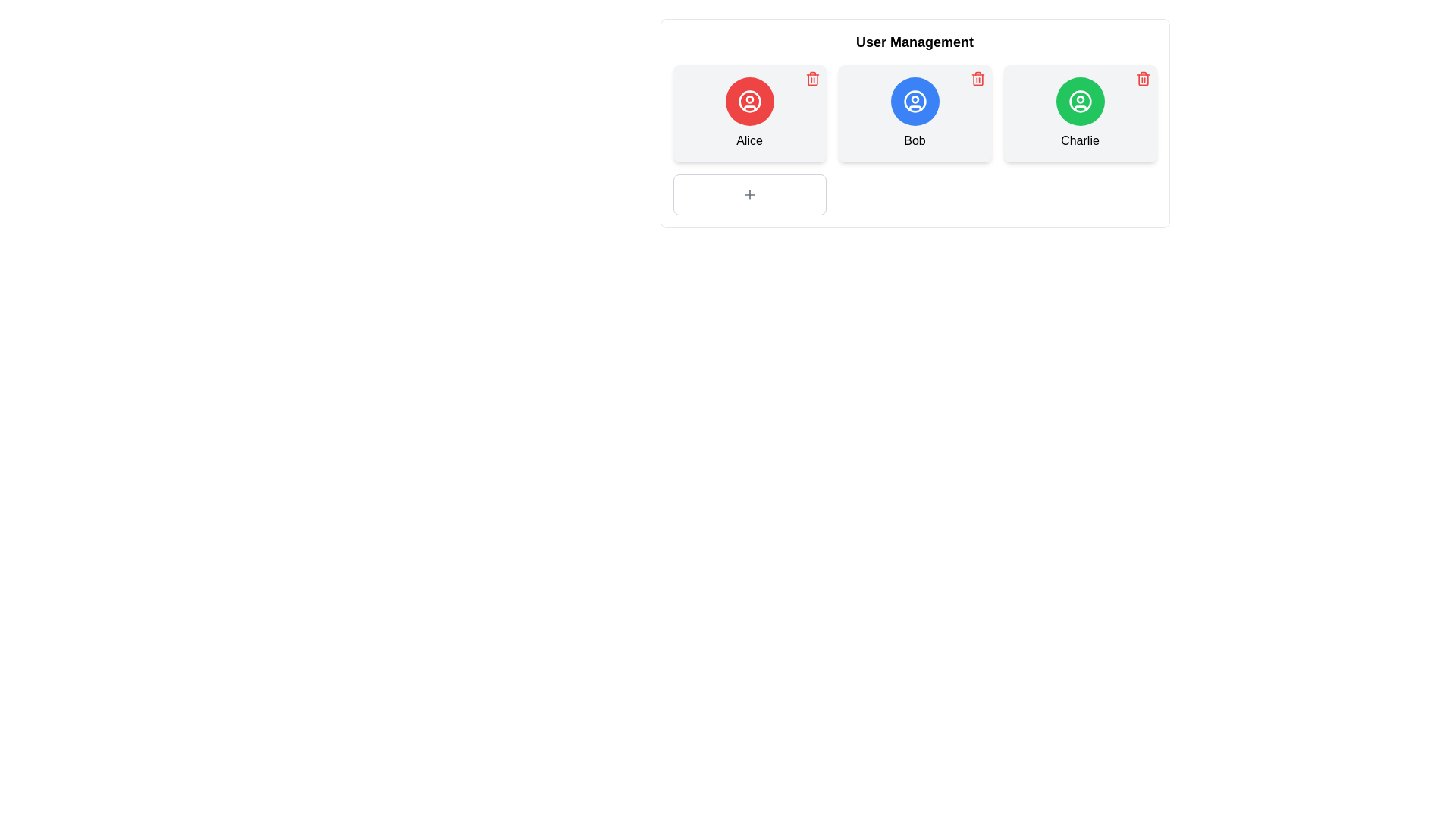  Describe the element at coordinates (1079, 140) in the screenshot. I see `text displayed in the label located at the bottom-center of the third user card, which is aligned with the cards labeled 'Alice' and 'Bob'` at that location.